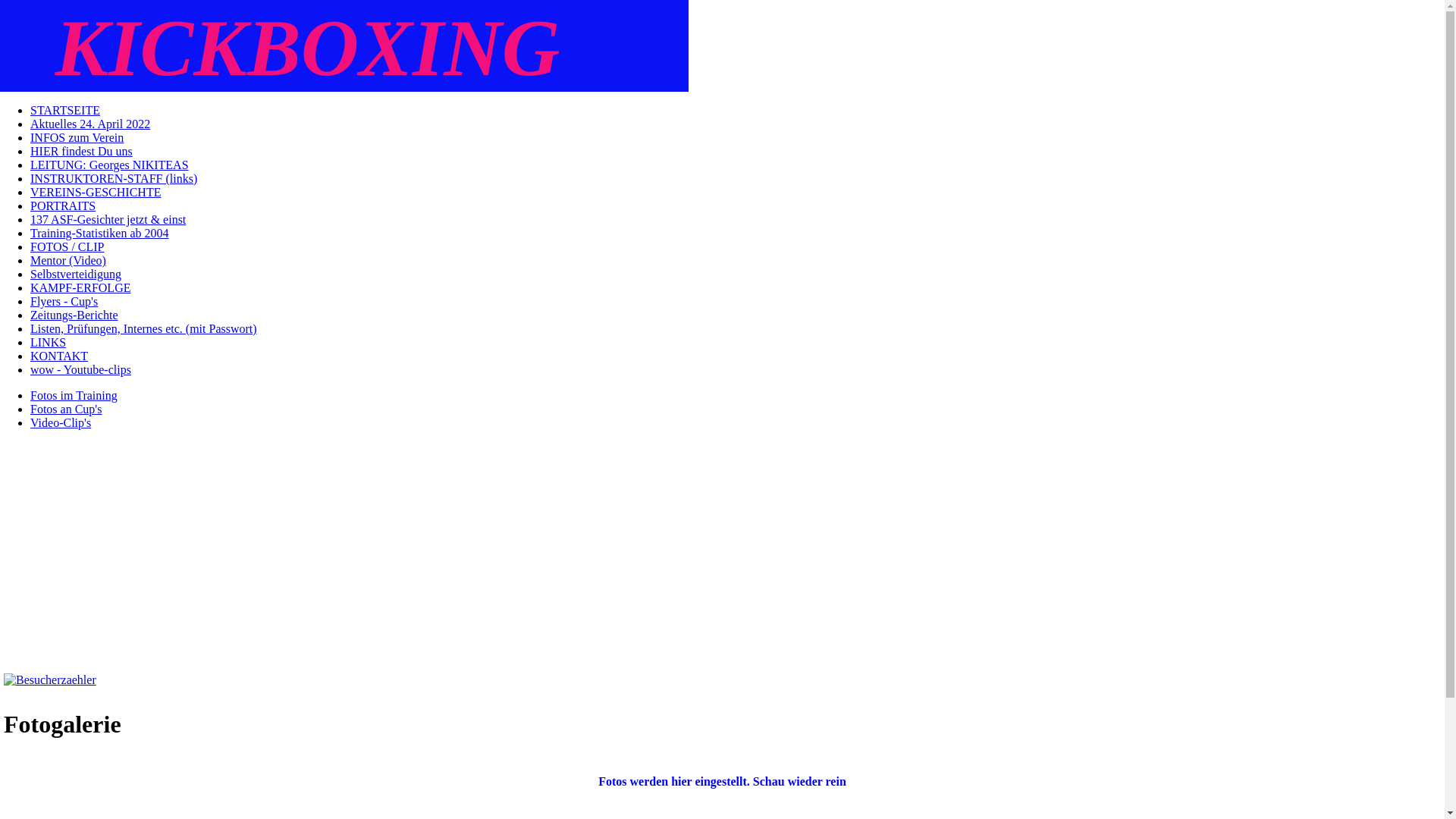 The height and width of the screenshot is (819, 1456). I want to click on 'LEITUNG: Georges NIKITEAS', so click(30, 165).